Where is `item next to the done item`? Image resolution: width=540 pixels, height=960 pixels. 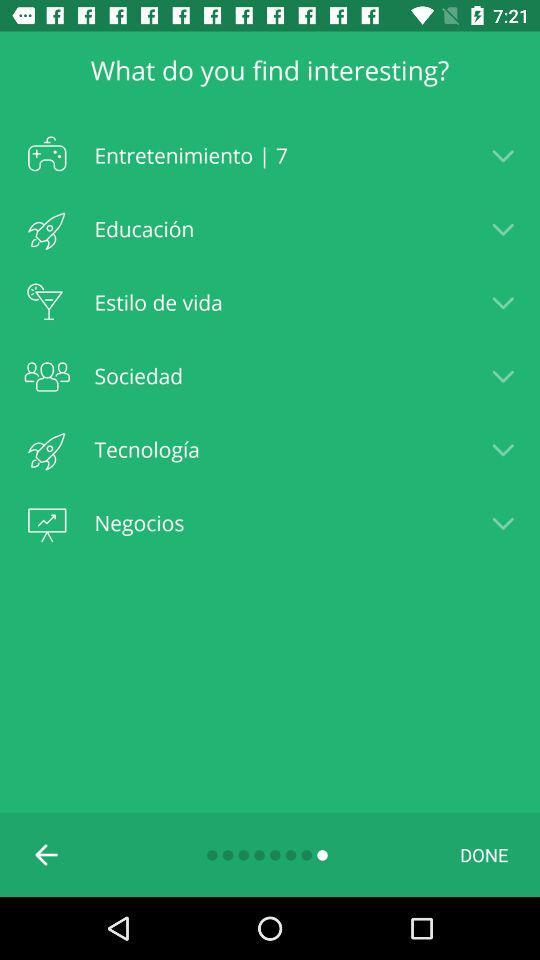 item next to the done item is located at coordinates (47, 853).